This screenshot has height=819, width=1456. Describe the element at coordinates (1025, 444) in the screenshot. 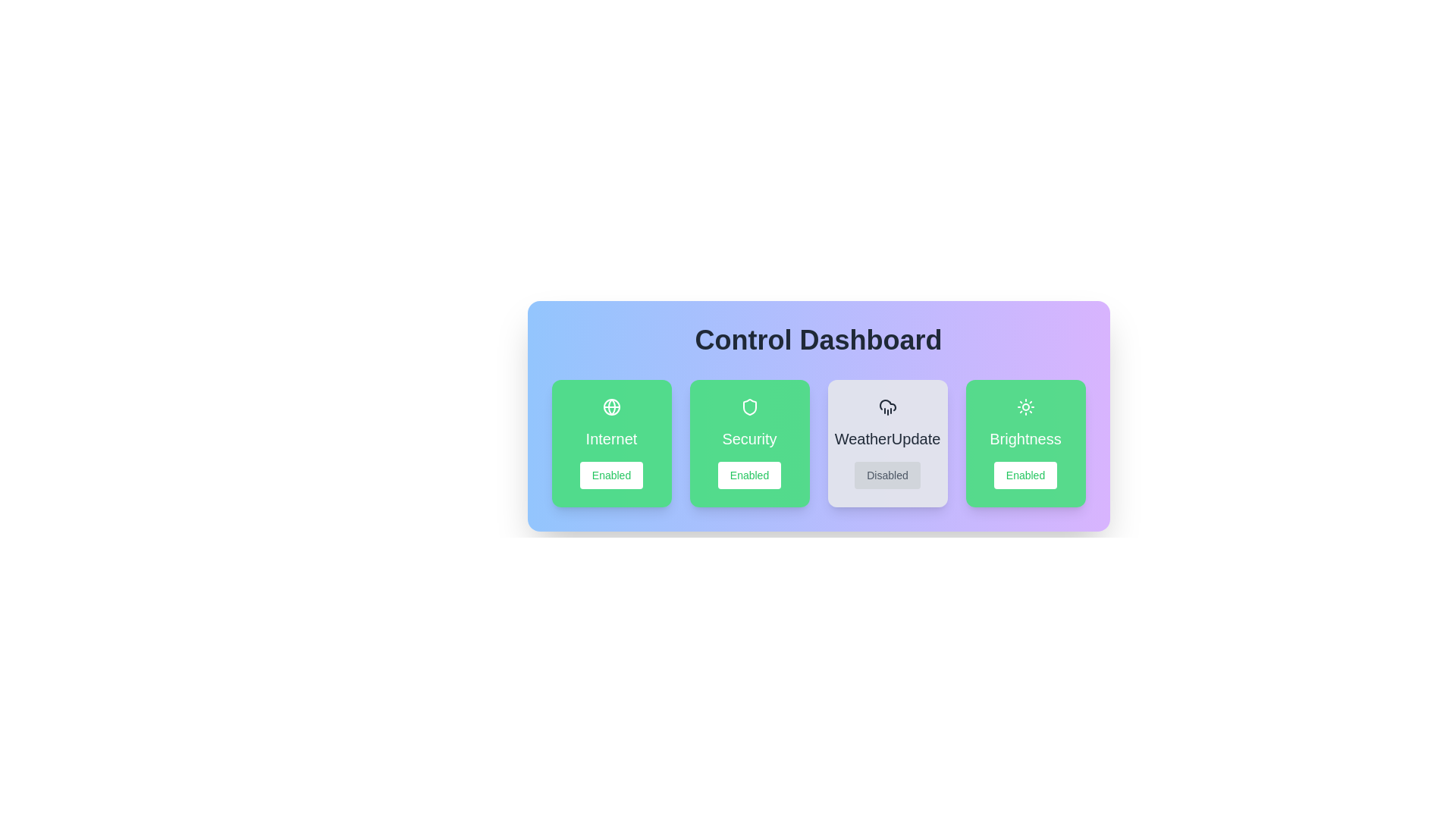

I see `the card representing Brightness` at that location.